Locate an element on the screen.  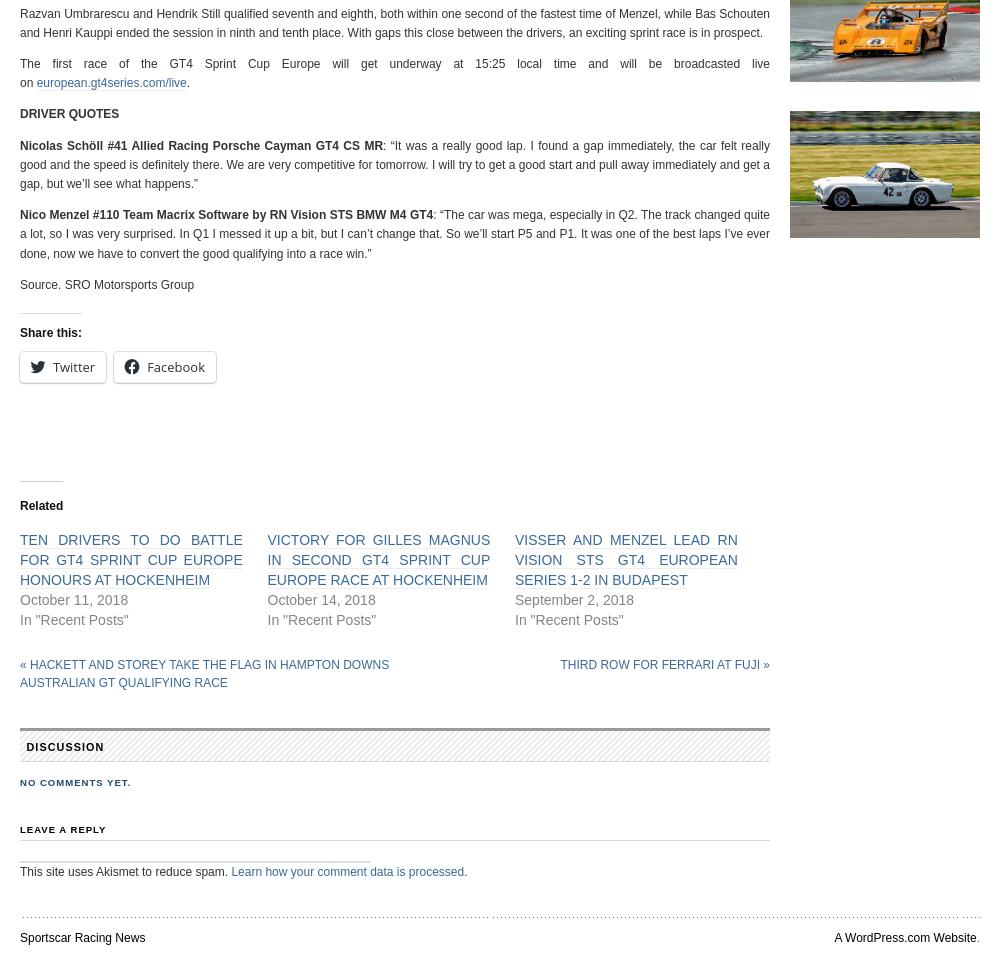
'The first race of the GT4 Sprint Cup Europe will get underway at 15:25 local time and will be broadcasted live on' is located at coordinates (395, 72).